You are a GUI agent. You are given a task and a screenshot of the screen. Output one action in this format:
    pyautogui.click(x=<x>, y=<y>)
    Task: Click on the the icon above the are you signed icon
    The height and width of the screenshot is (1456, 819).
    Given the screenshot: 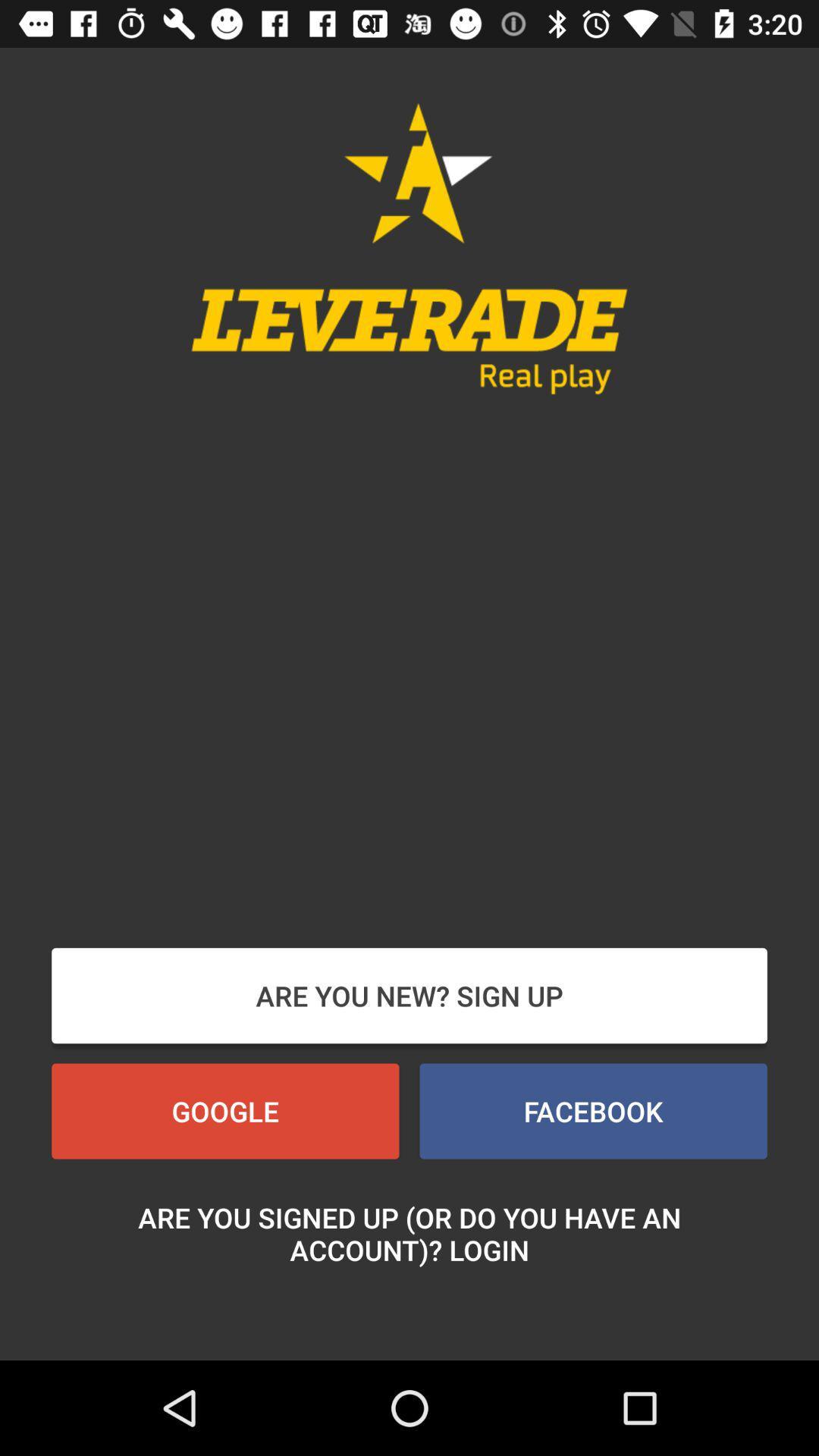 What is the action you would take?
    pyautogui.click(x=592, y=1111)
    